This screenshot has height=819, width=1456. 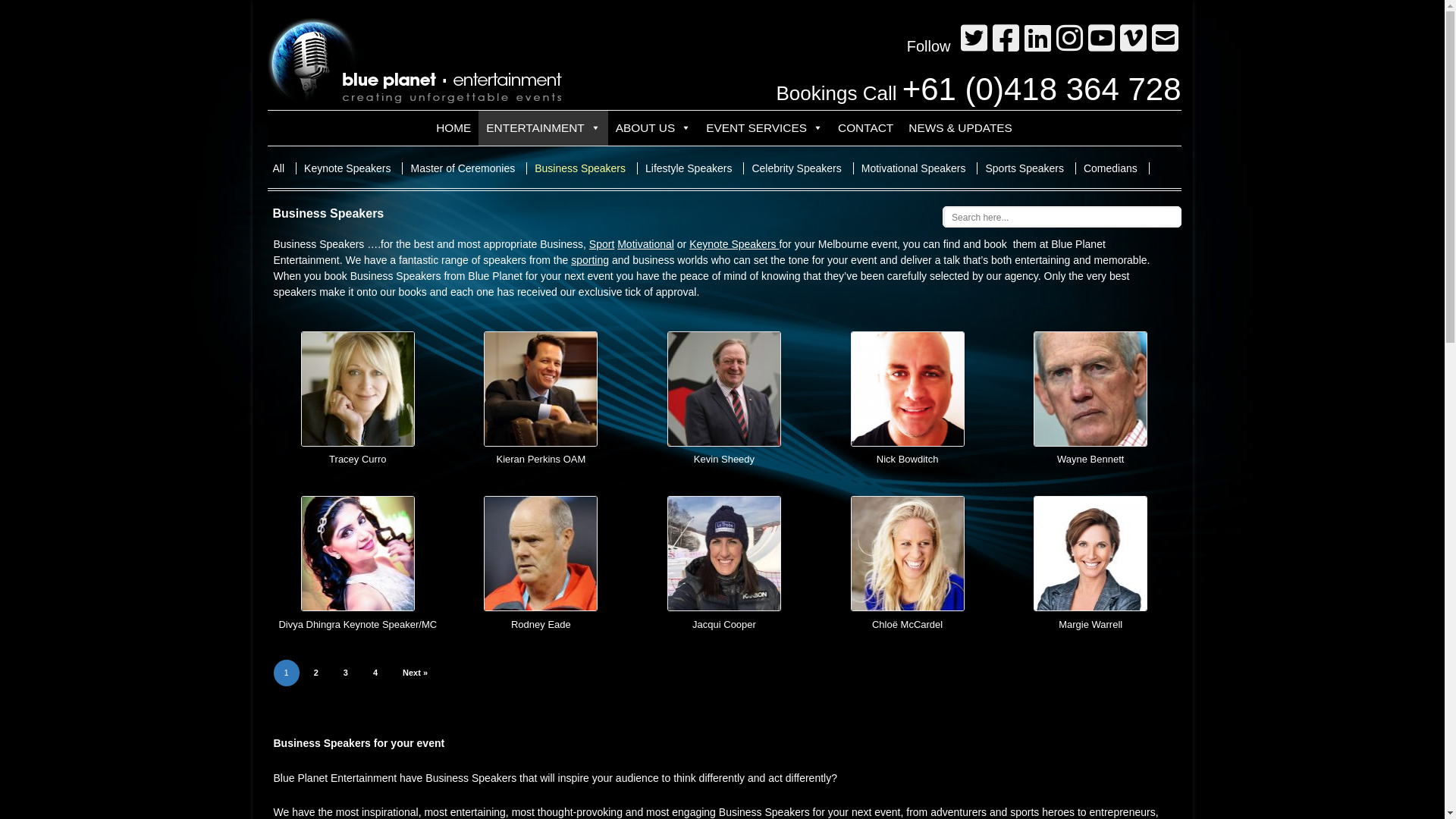 What do you see at coordinates (542, 127) in the screenshot?
I see `'ENTERTAINMENT'` at bounding box center [542, 127].